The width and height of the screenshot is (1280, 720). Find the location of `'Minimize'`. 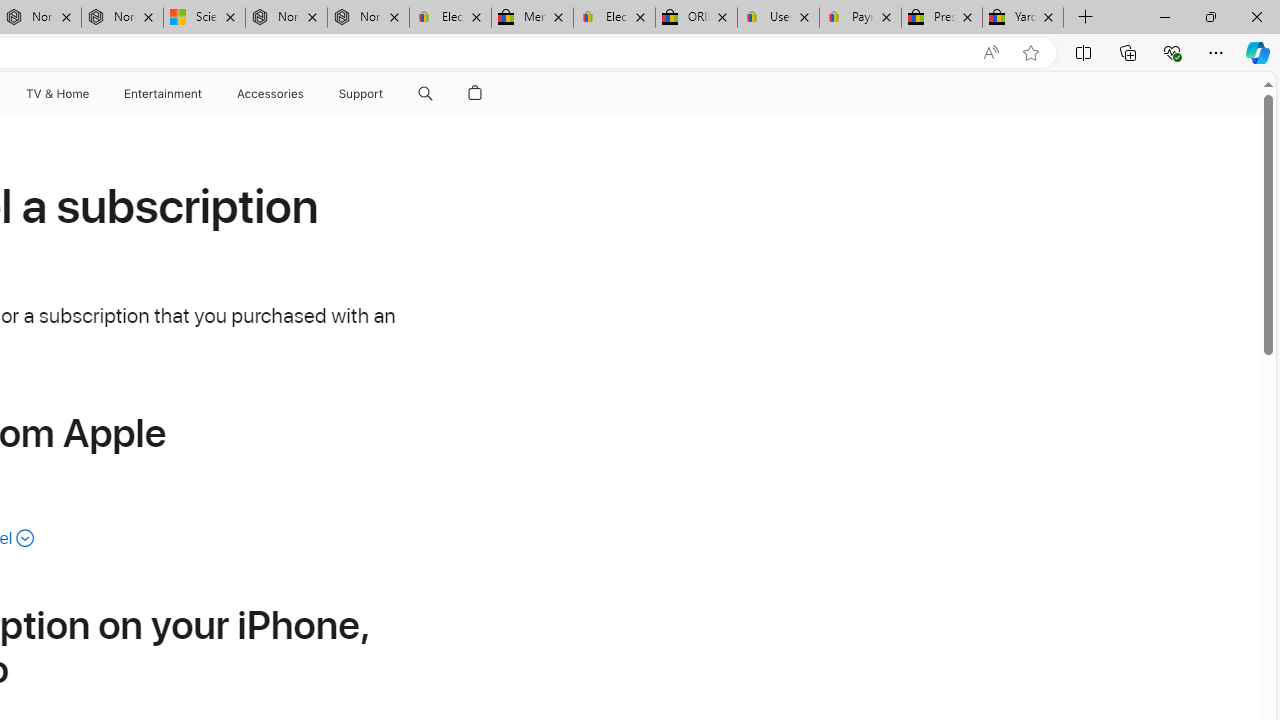

'Minimize' is located at coordinates (1164, 16).